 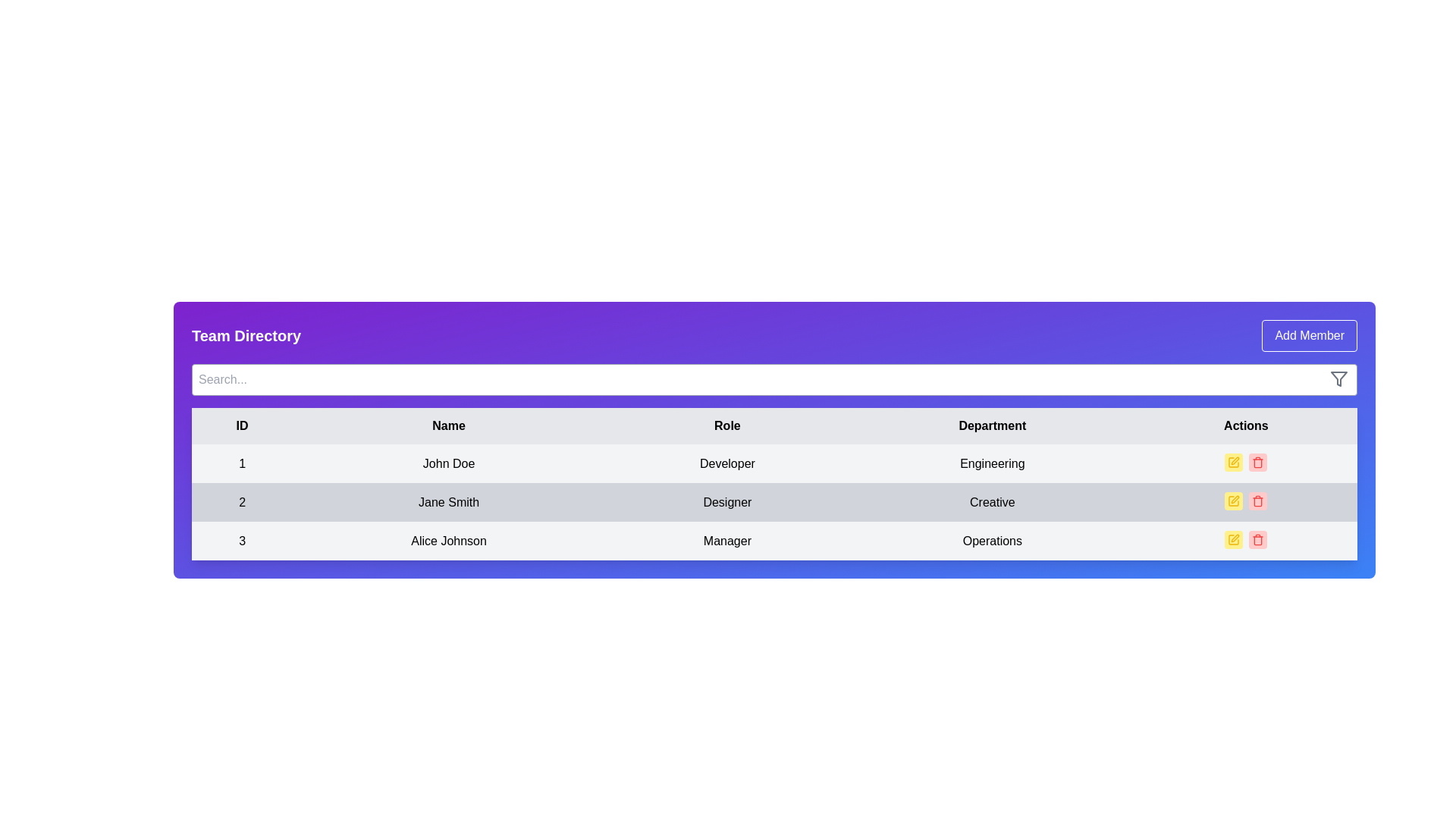 What do you see at coordinates (726, 540) in the screenshot?
I see `static text label displaying 'Manager' located in the third row of the table under the 'Role' column` at bounding box center [726, 540].